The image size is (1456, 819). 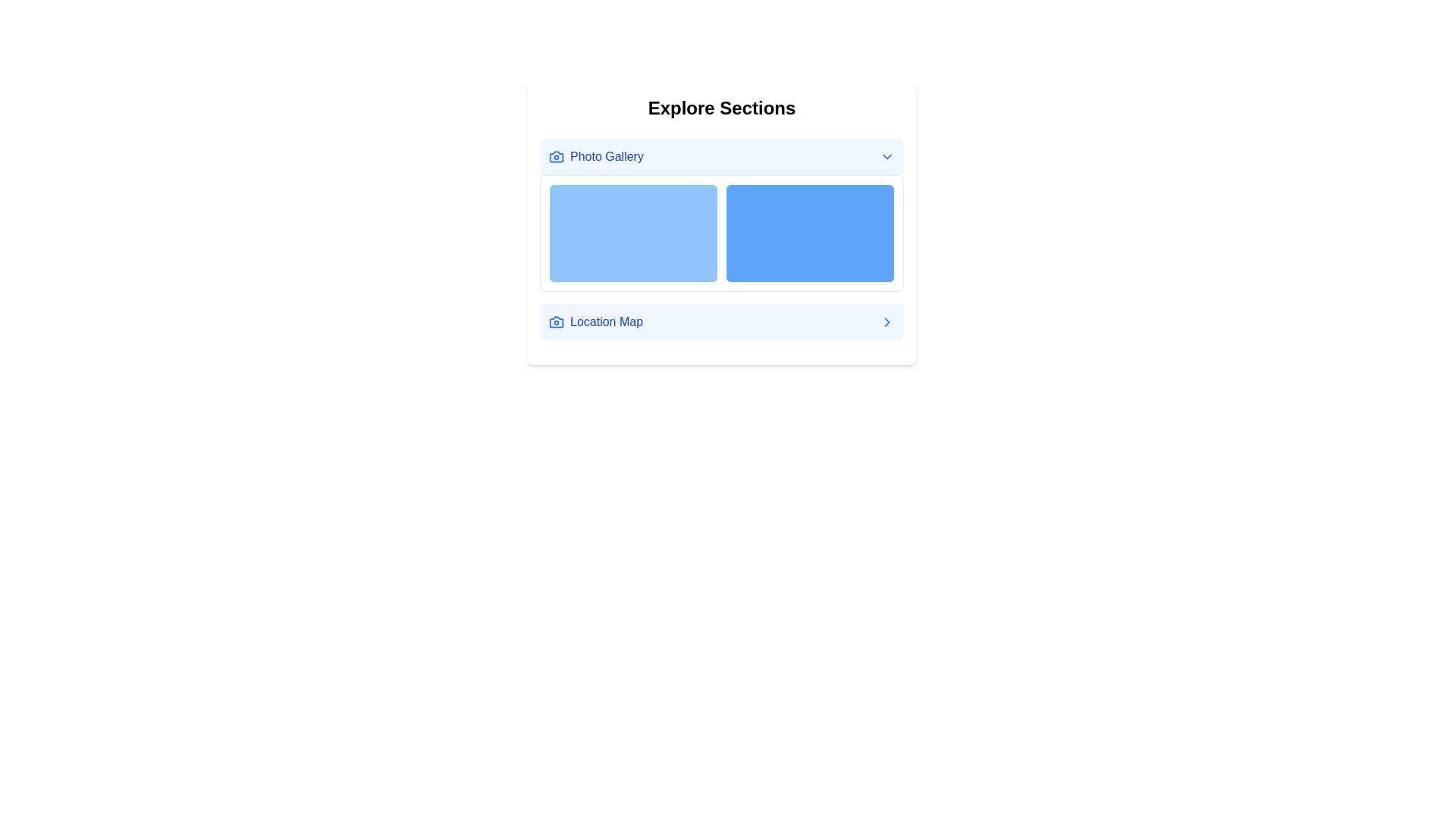 I want to click on the 'Location Map' icon, which signifies the start of the 'Location Map' section and is located adjacent to its text label, so click(x=556, y=157).